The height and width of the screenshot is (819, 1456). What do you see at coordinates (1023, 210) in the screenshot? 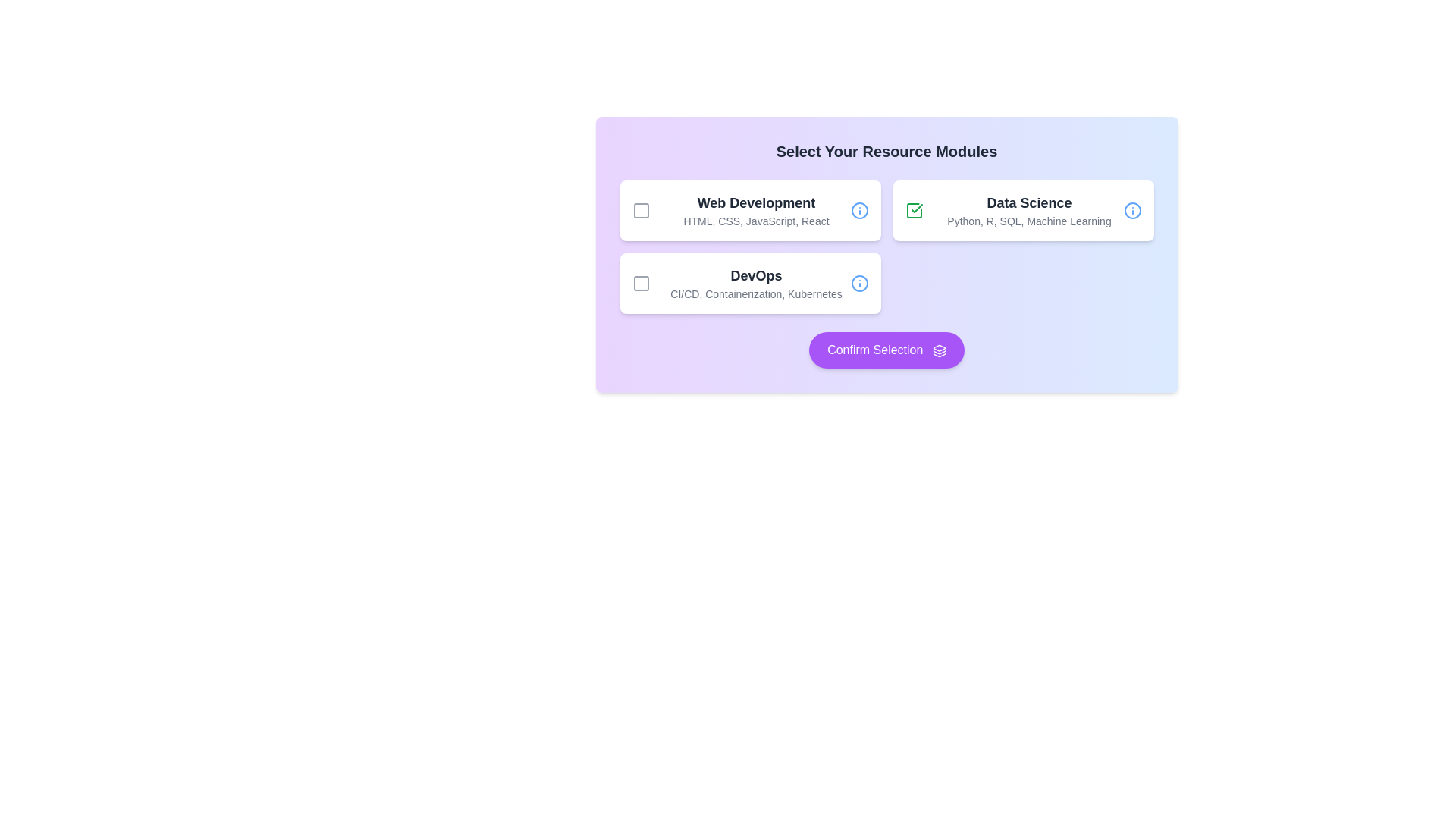
I see `the information icon of the 'Data Science' selectable module` at bounding box center [1023, 210].